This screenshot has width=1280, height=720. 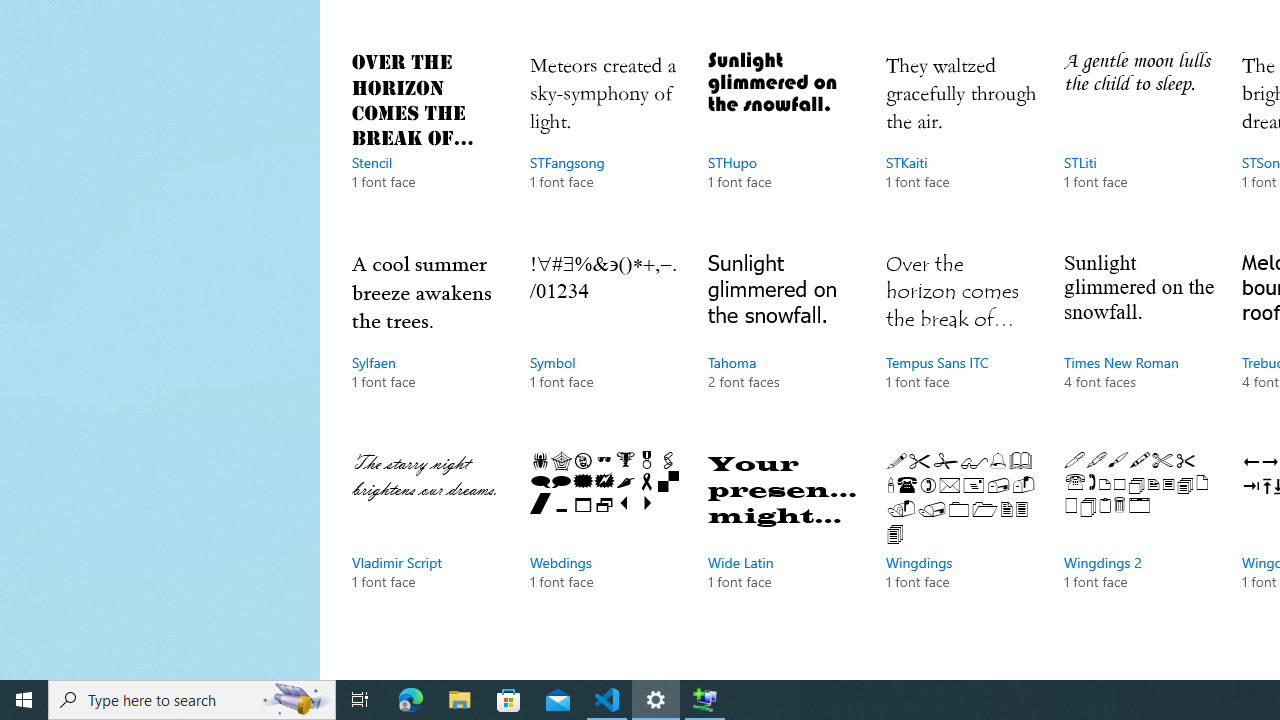 I want to click on 'Tempus Sans ITC, 1 font face', so click(x=961, y=339).